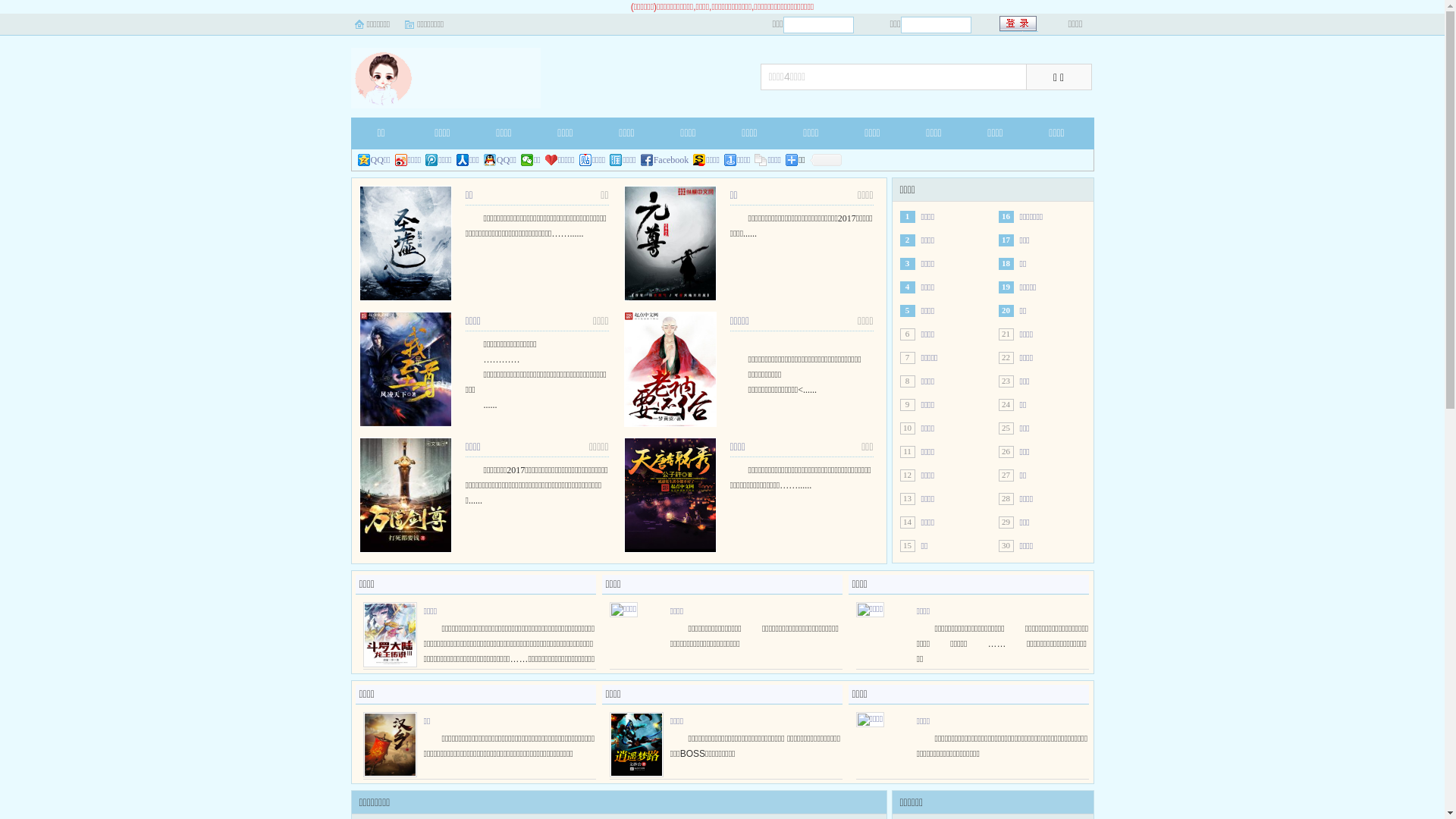 This screenshot has height=819, width=1456. I want to click on 'Facebook', so click(665, 160).